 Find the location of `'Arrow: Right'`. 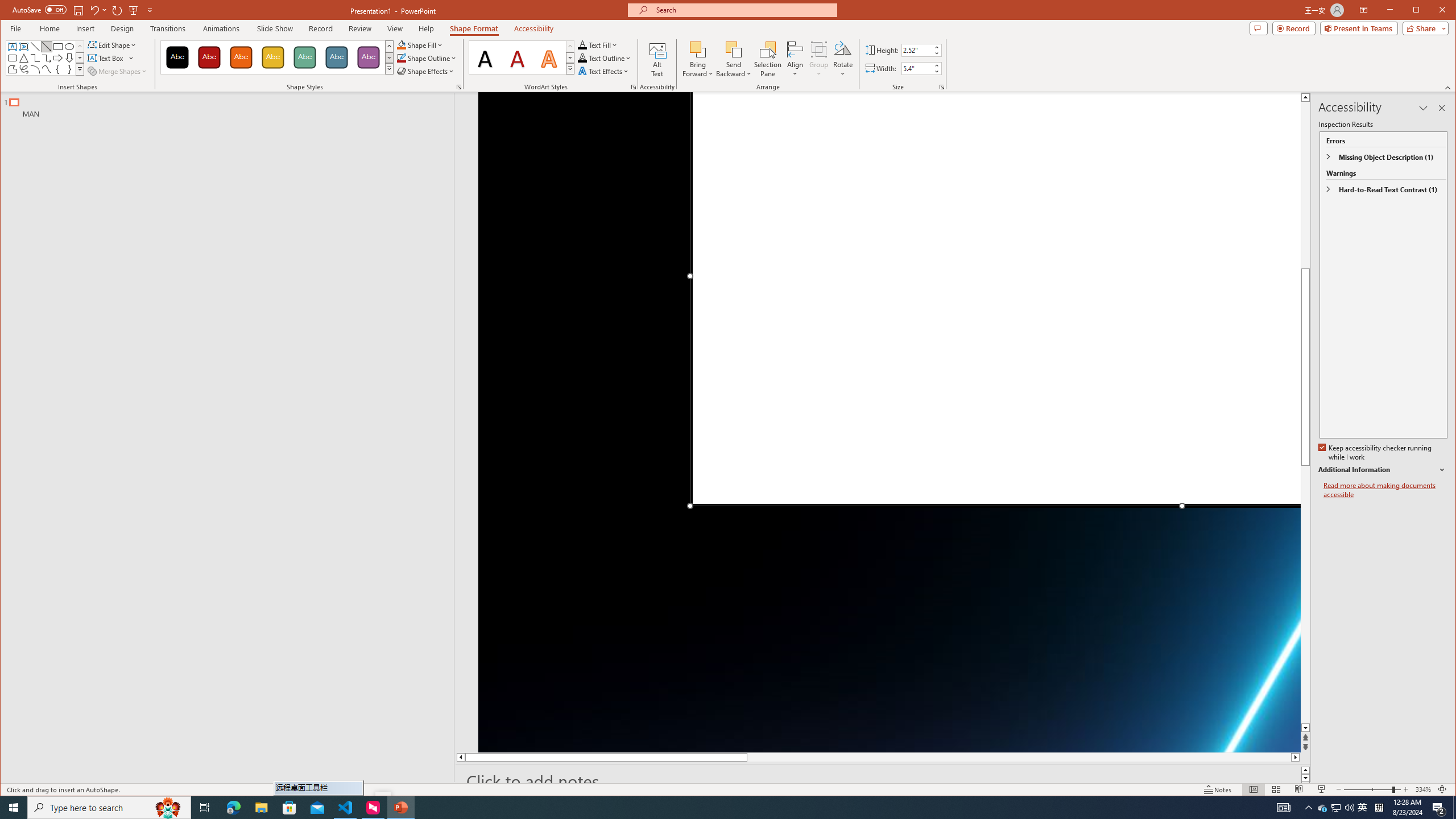

'Arrow: Right' is located at coordinates (57, 58).